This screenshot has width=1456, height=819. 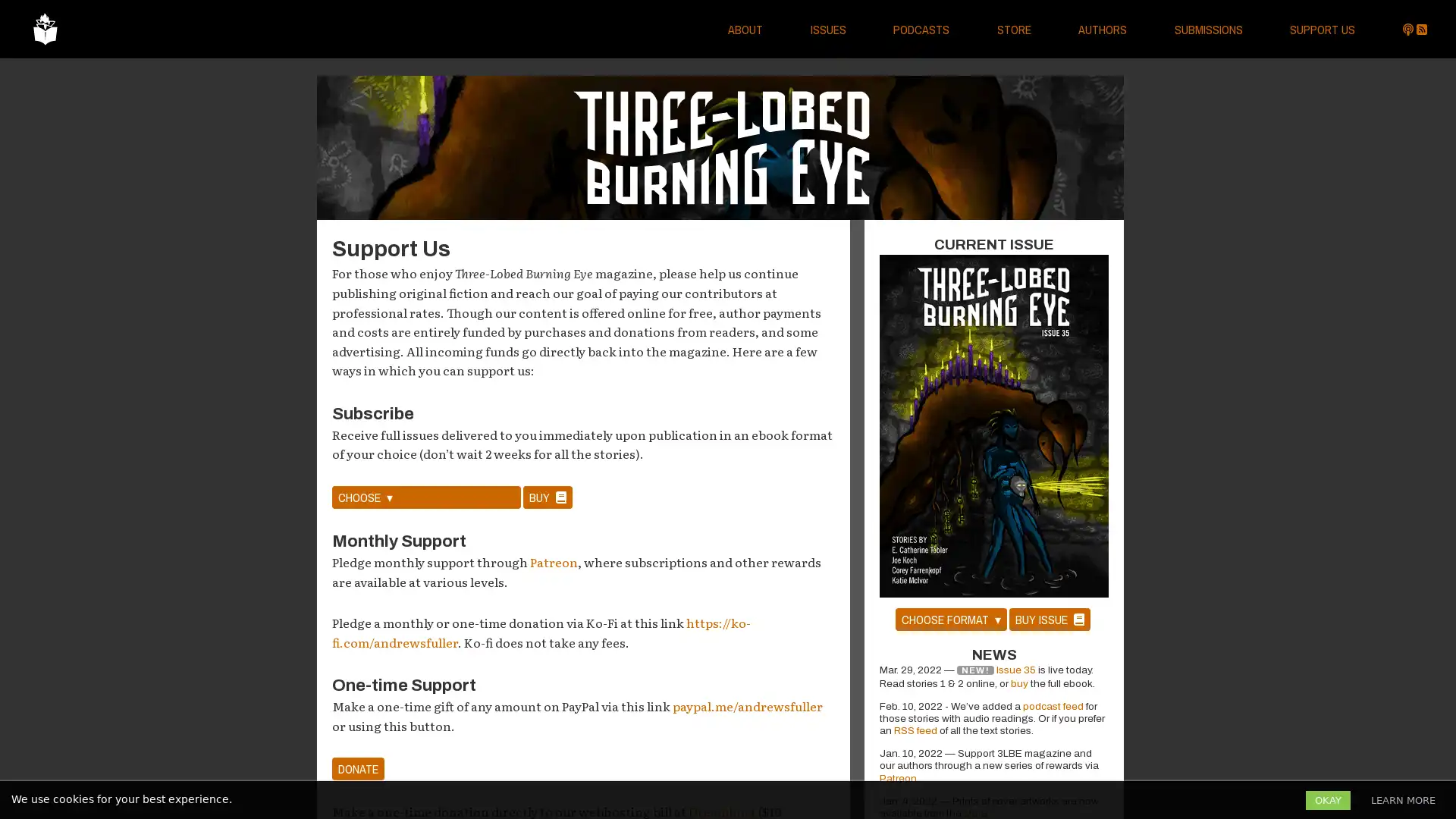 I want to click on DONATE, so click(x=357, y=769).